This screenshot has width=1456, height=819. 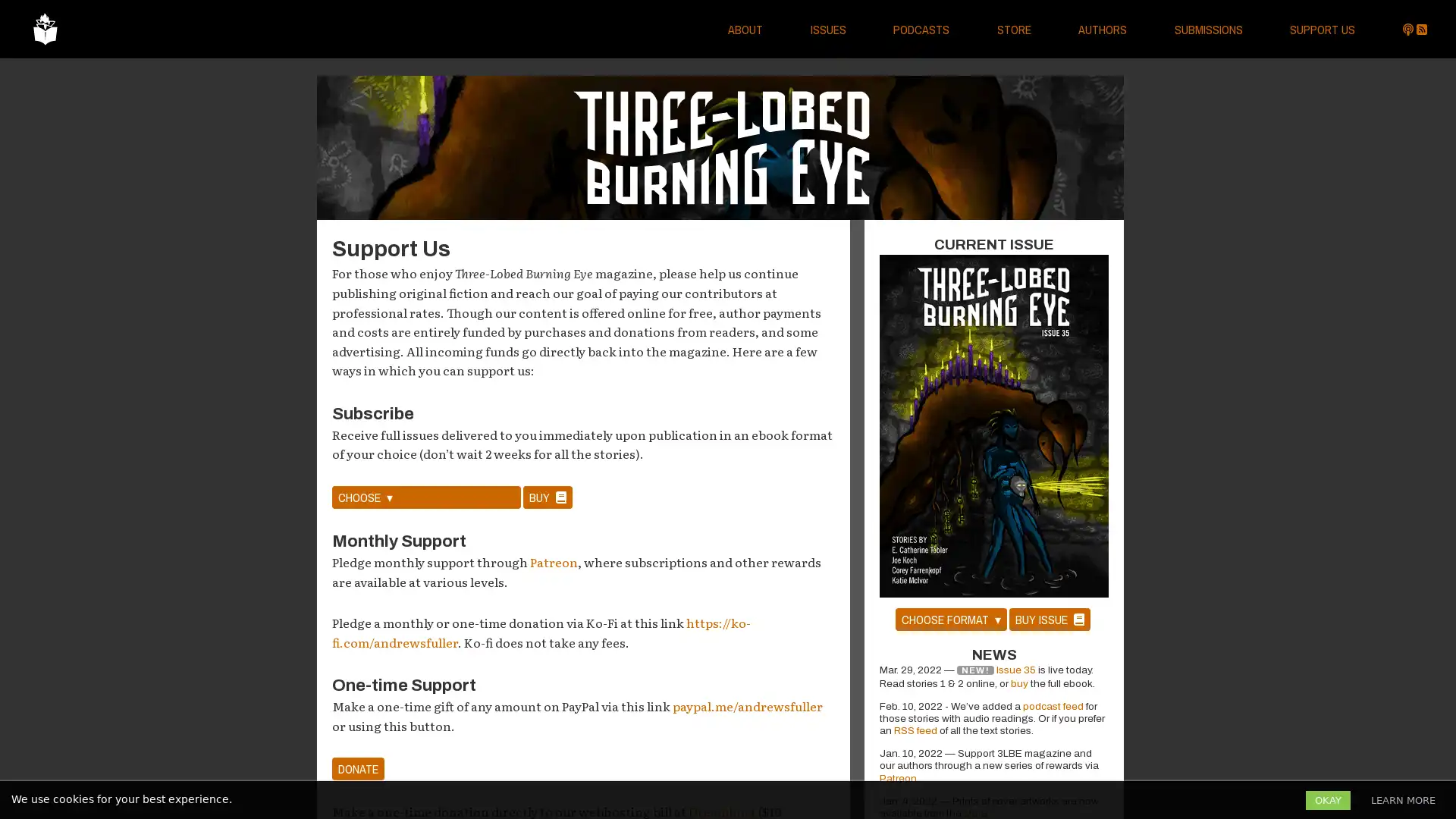 I want to click on DONATE, so click(x=357, y=769).